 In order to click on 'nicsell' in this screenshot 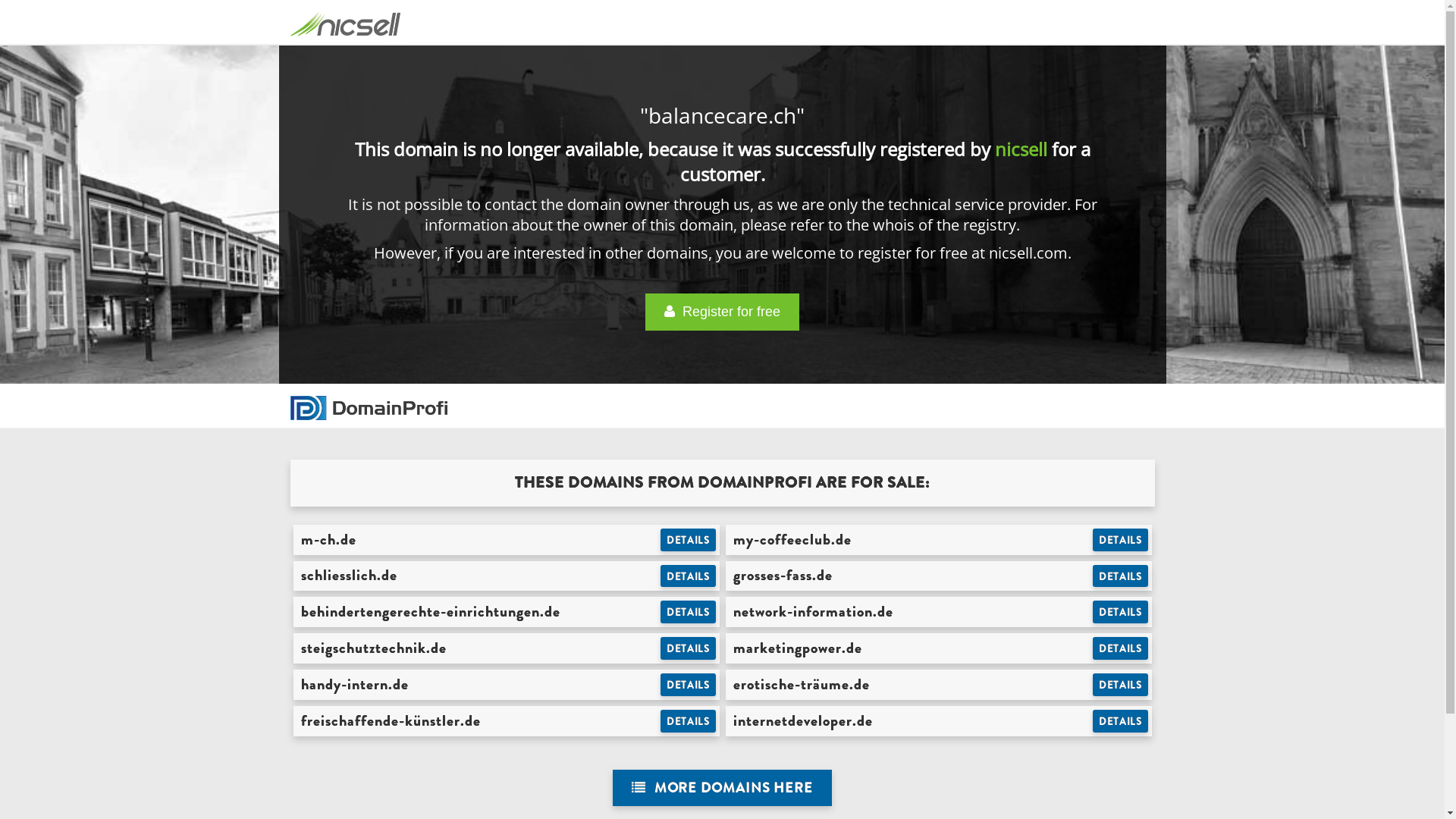, I will do `click(1021, 149)`.